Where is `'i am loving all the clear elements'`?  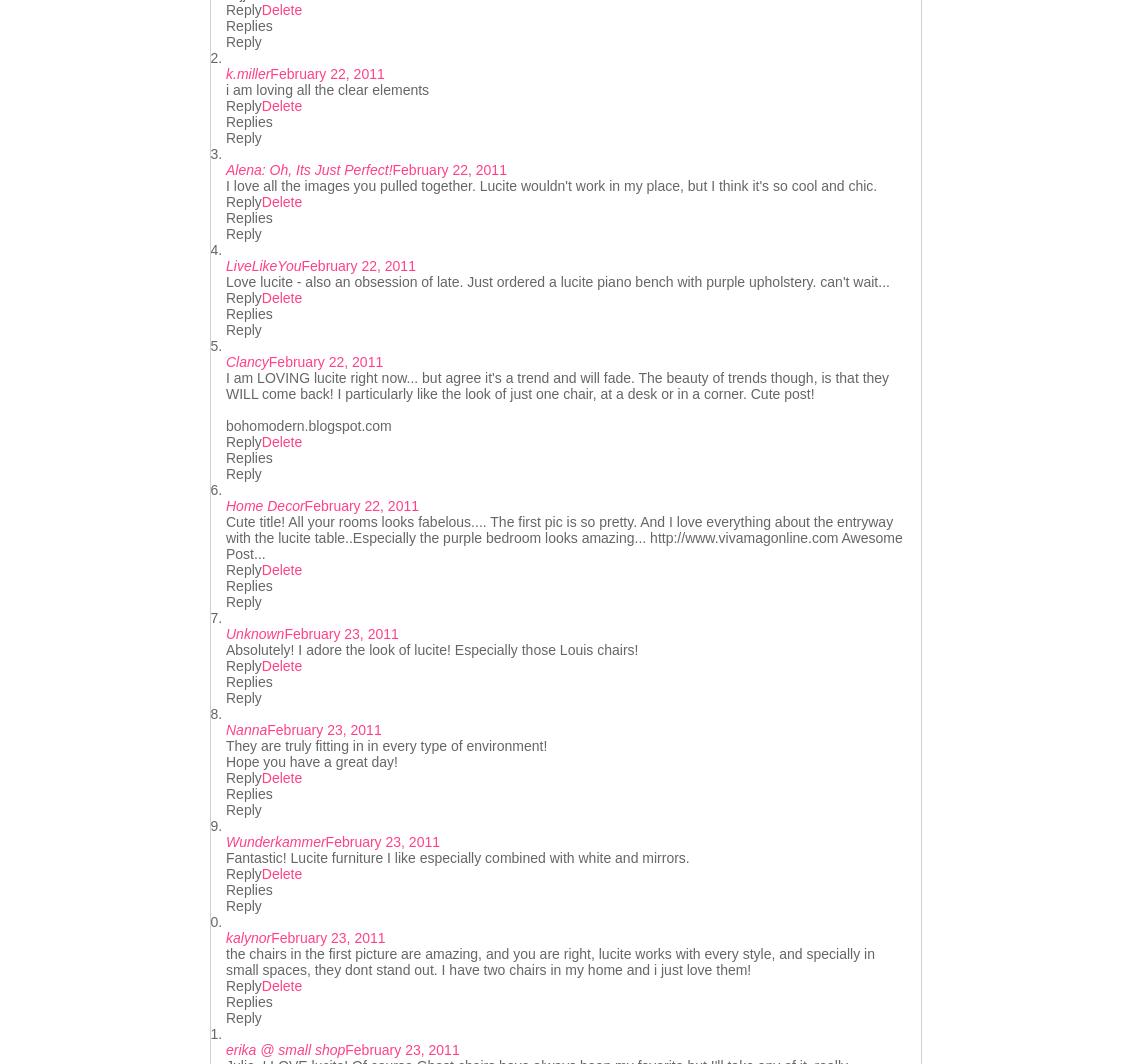
'i am loving all the clear elements' is located at coordinates (326, 90).